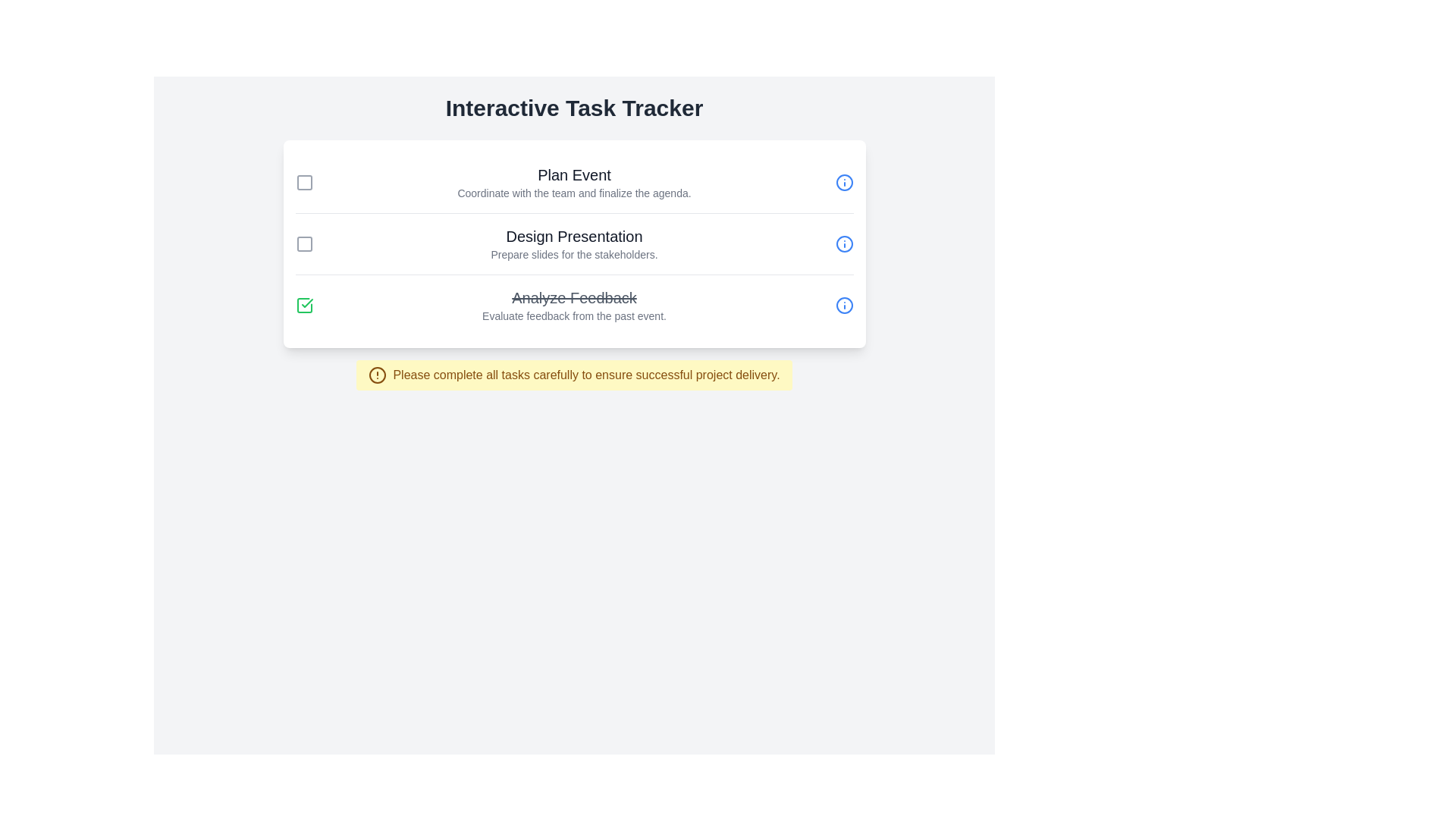  What do you see at coordinates (843, 243) in the screenshot?
I see `the info icon for the task titled 'Design Presentation' to view its details` at bounding box center [843, 243].